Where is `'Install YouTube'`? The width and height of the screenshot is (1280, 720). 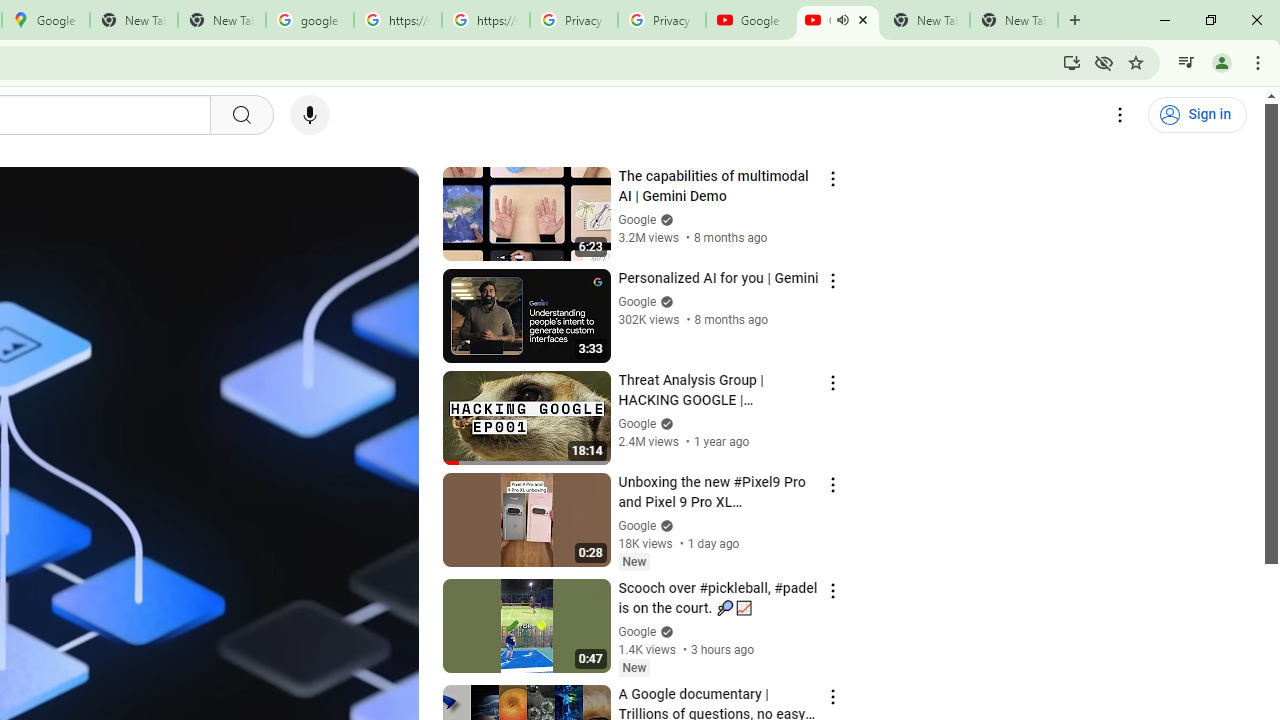 'Install YouTube' is located at coordinates (1071, 61).